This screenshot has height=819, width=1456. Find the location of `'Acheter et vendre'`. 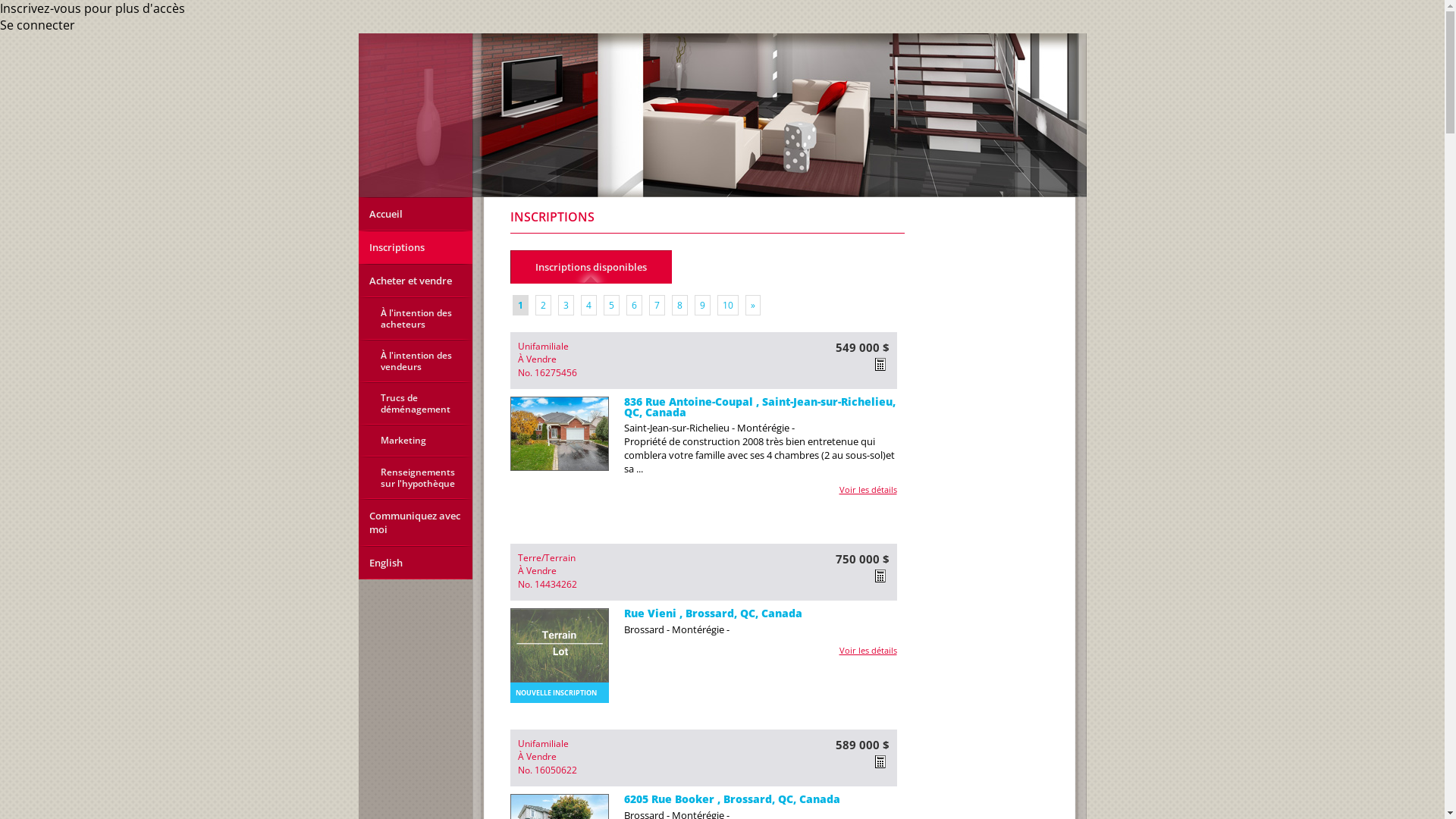

'Acheter et vendre' is located at coordinates (415, 281).